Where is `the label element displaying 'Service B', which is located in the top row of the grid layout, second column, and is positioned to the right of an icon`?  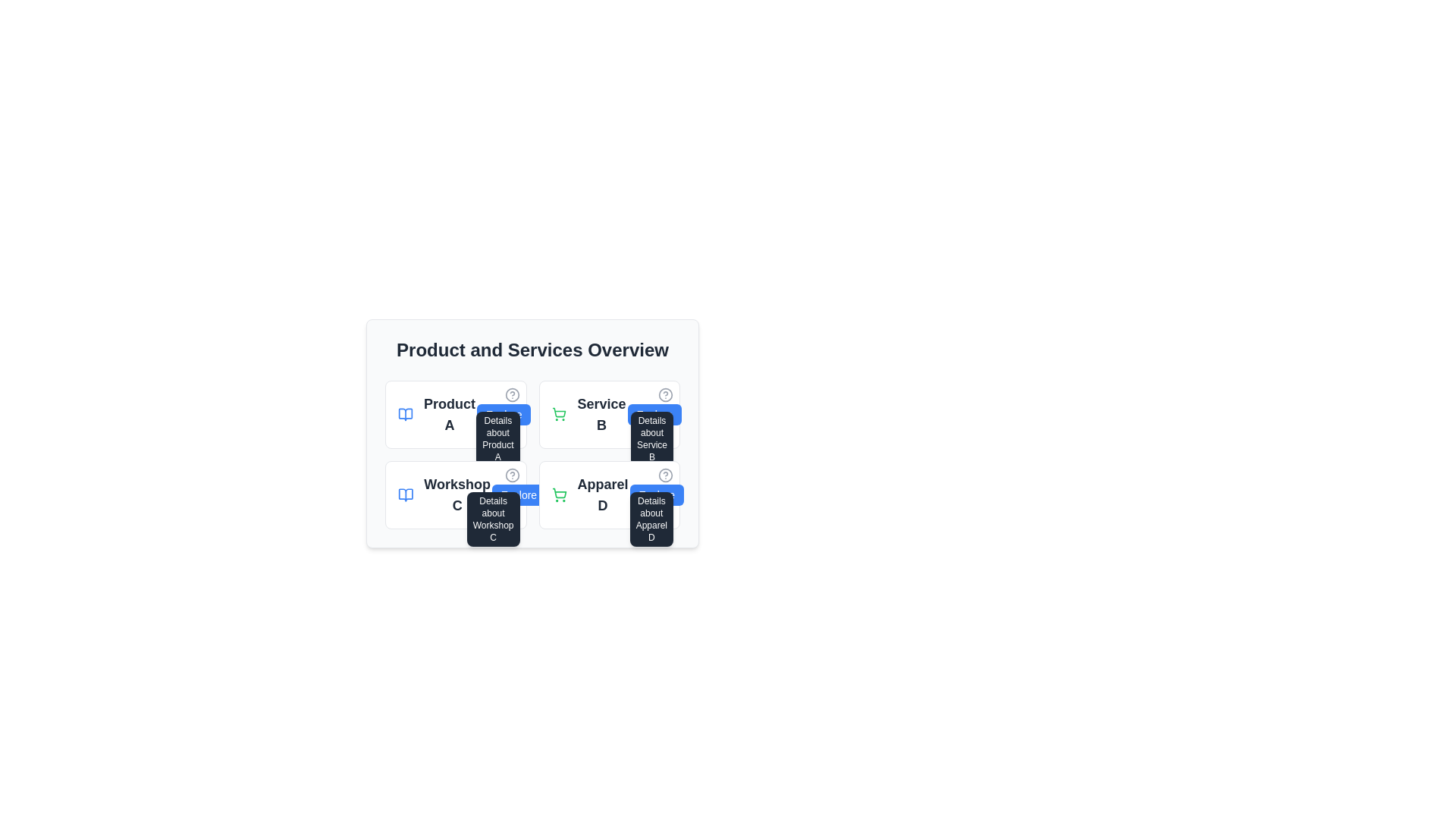
the label element displaying 'Service B', which is located in the top row of the grid layout, second column, and is positioned to the right of an icon is located at coordinates (601, 415).